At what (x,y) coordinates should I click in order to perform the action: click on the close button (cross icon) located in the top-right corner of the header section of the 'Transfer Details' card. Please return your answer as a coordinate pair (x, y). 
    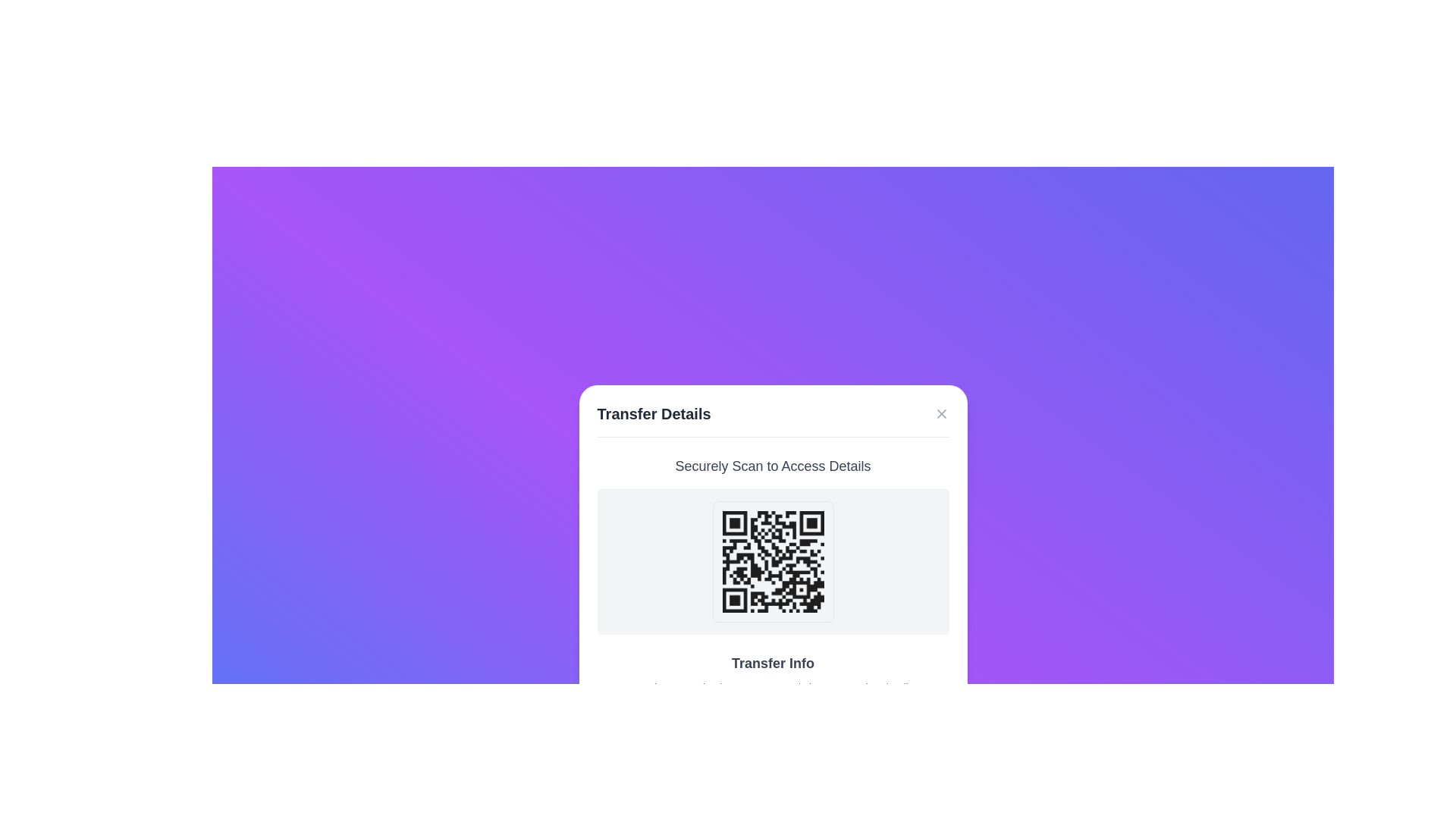
    Looking at the image, I should click on (940, 413).